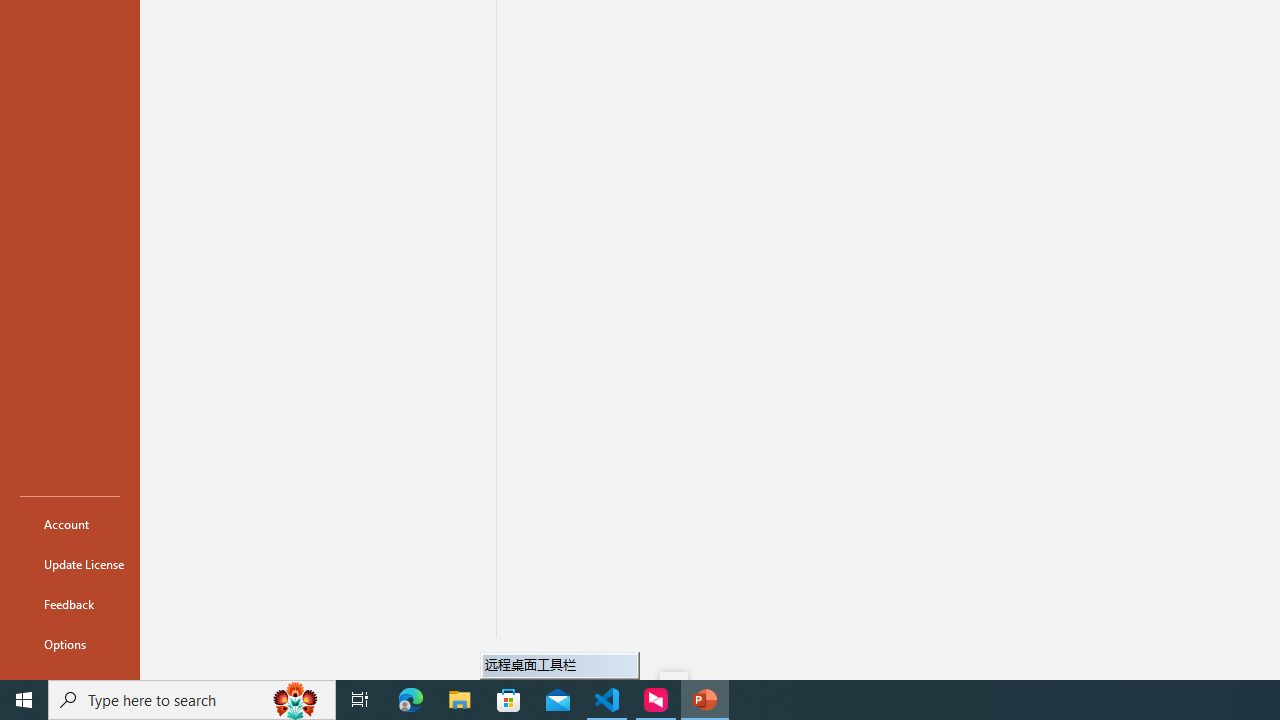 The width and height of the screenshot is (1280, 720). I want to click on 'Update License', so click(69, 564).